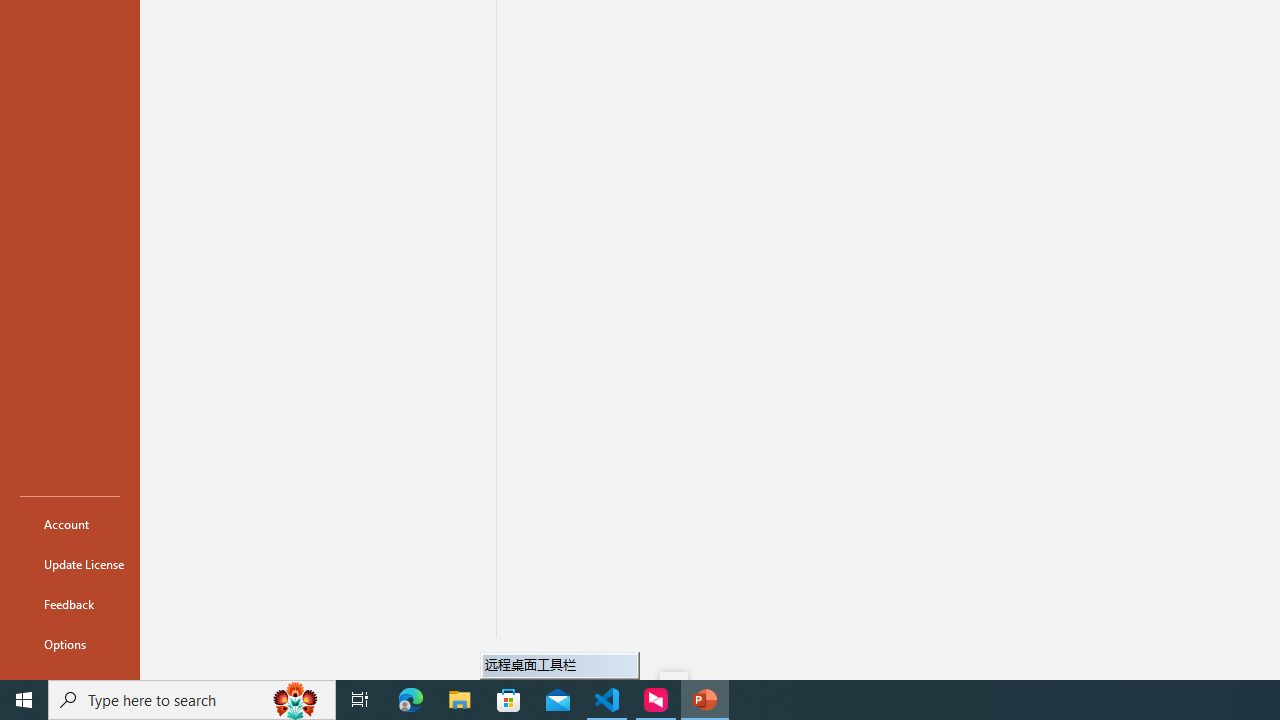 The width and height of the screenshot is (1280, 720). I want to click on 'Update License', so click(69, 564).